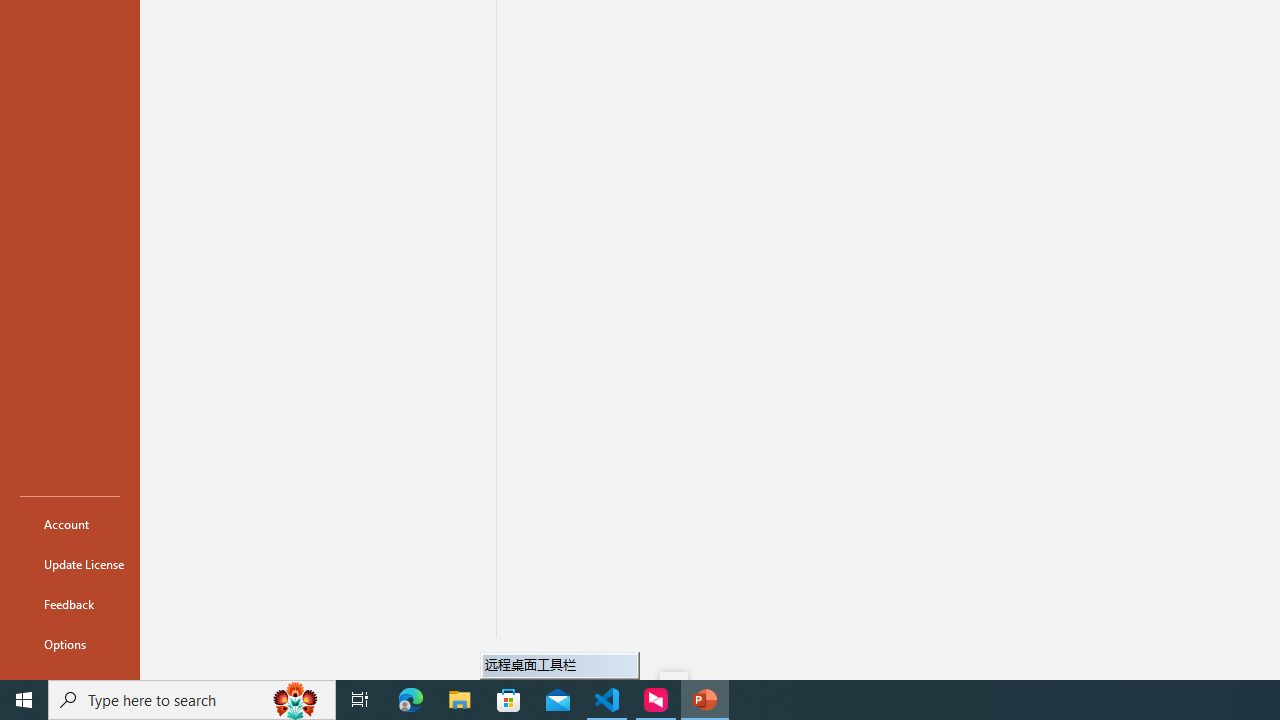 The width and height of the screenshot is (1280, 720). I want to click on 'Update License', so click(69, 564).